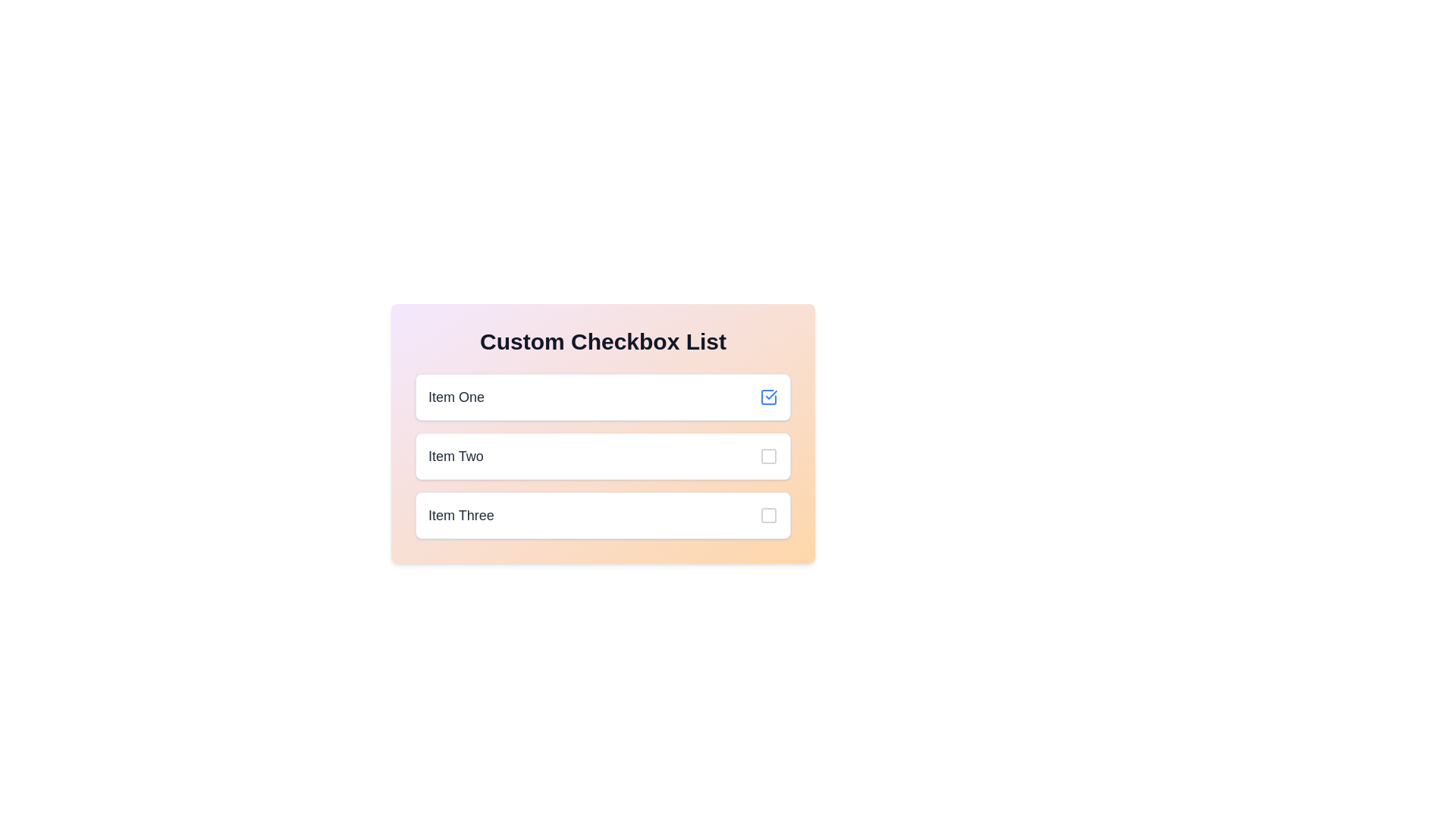 The width and height of the screenshot is (1456, 819). Describe the element at coordinates (602, 514) in the screenshot. I see `the checkbox for Item Three` at that location.